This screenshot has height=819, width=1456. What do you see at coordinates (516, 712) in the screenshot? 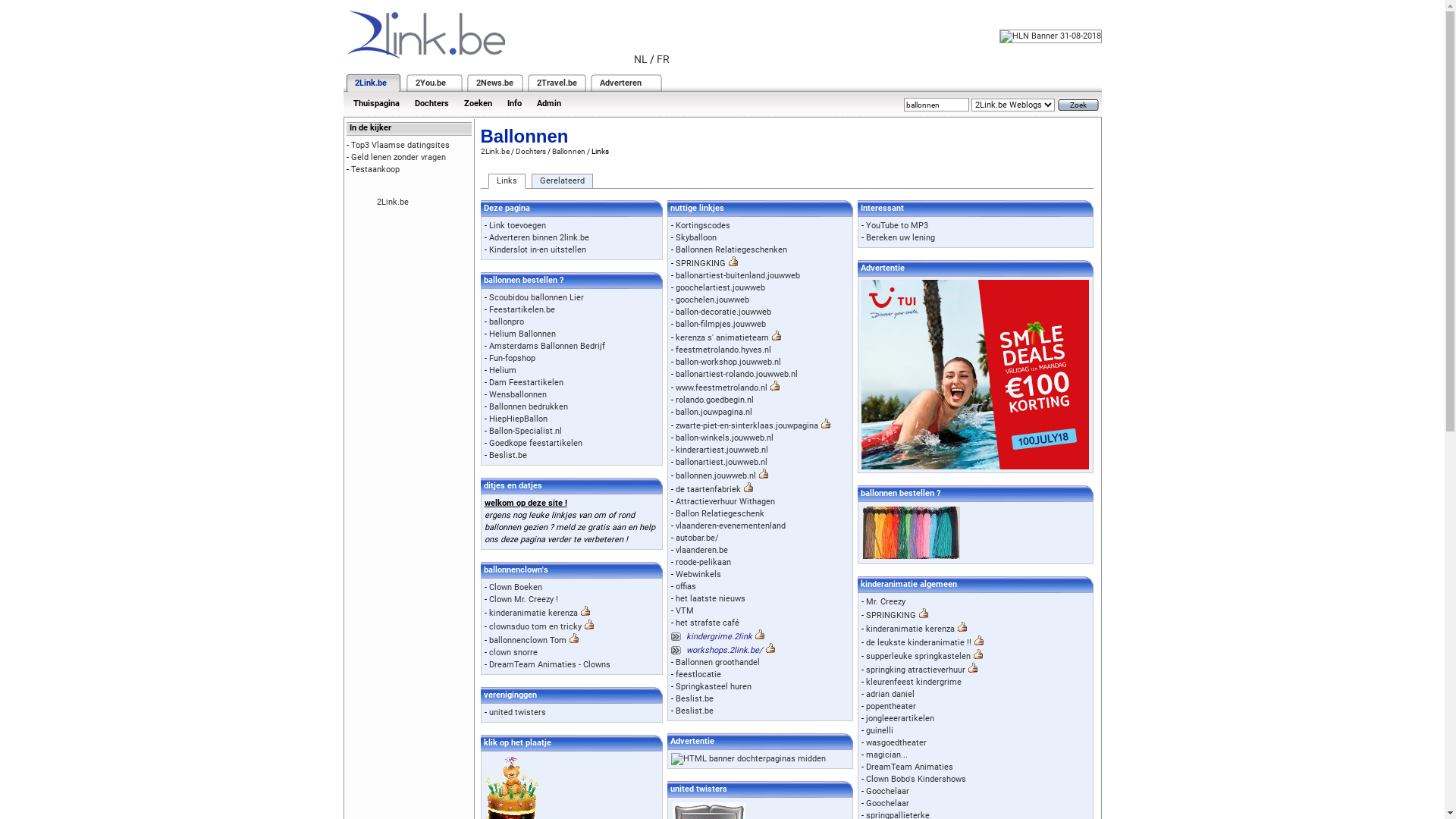
I see `'united twisters'` at bounding box center [516, 712].